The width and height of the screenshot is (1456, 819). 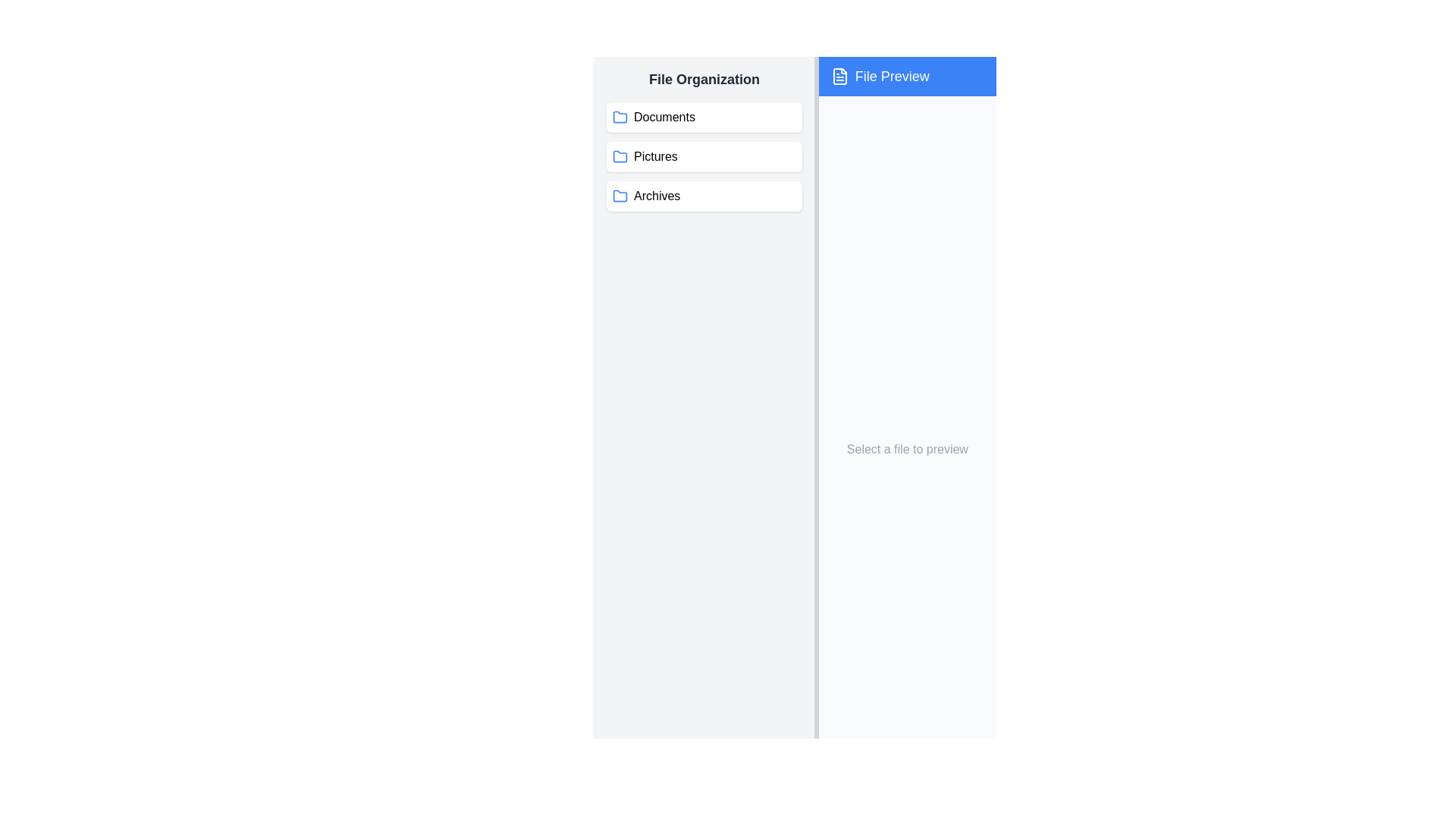 I want to click on the blue outlined folder icon to the left of the 'Documents' label, so click(x=620, y=116).